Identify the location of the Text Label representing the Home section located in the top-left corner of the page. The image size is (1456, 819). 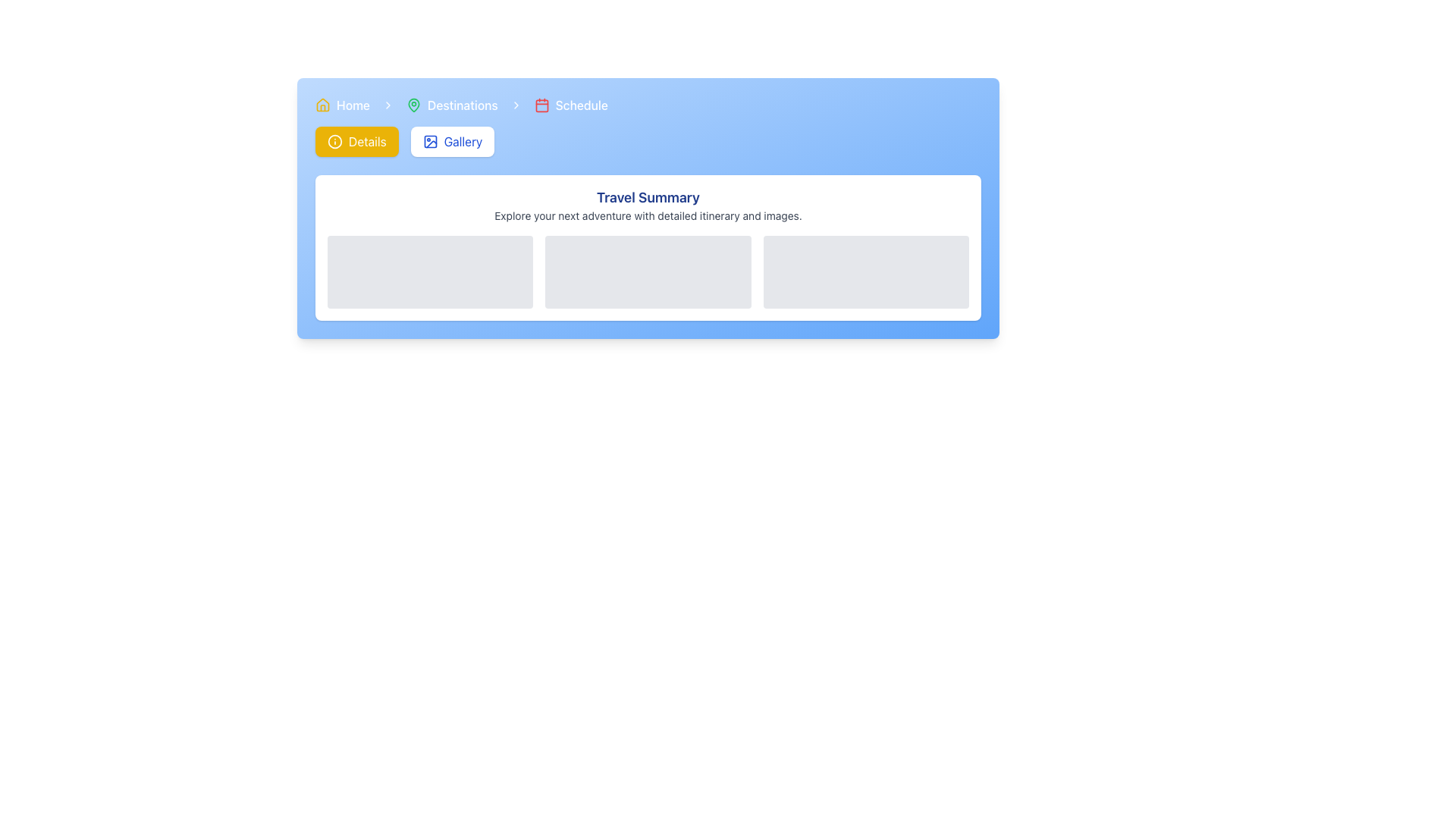
(352, 104).